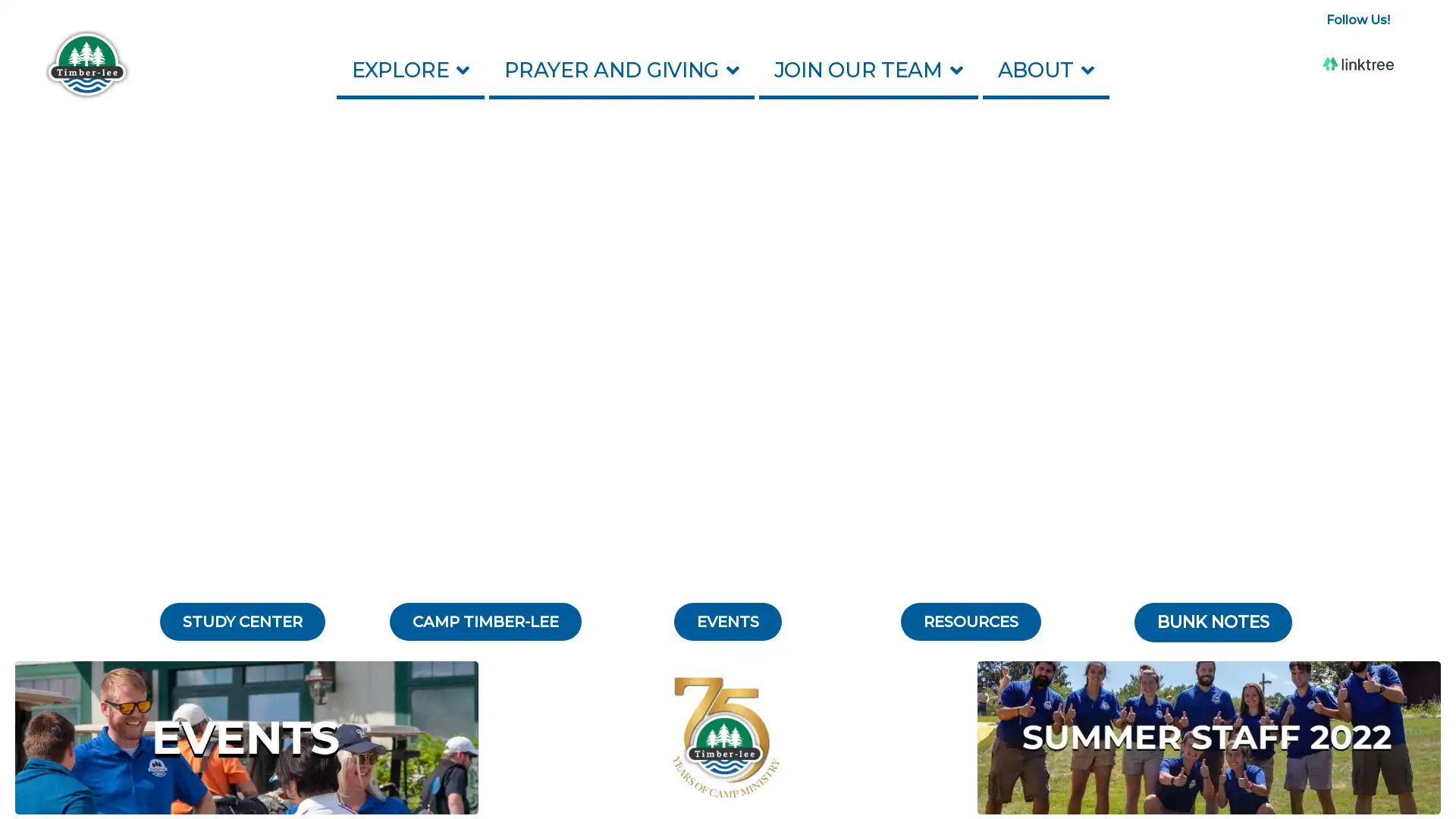 This screenshot has height=819, width=1456. Describe the element at coordinates (1212, 623) in the screenshot. I see `BUNK NOTES` at that location.